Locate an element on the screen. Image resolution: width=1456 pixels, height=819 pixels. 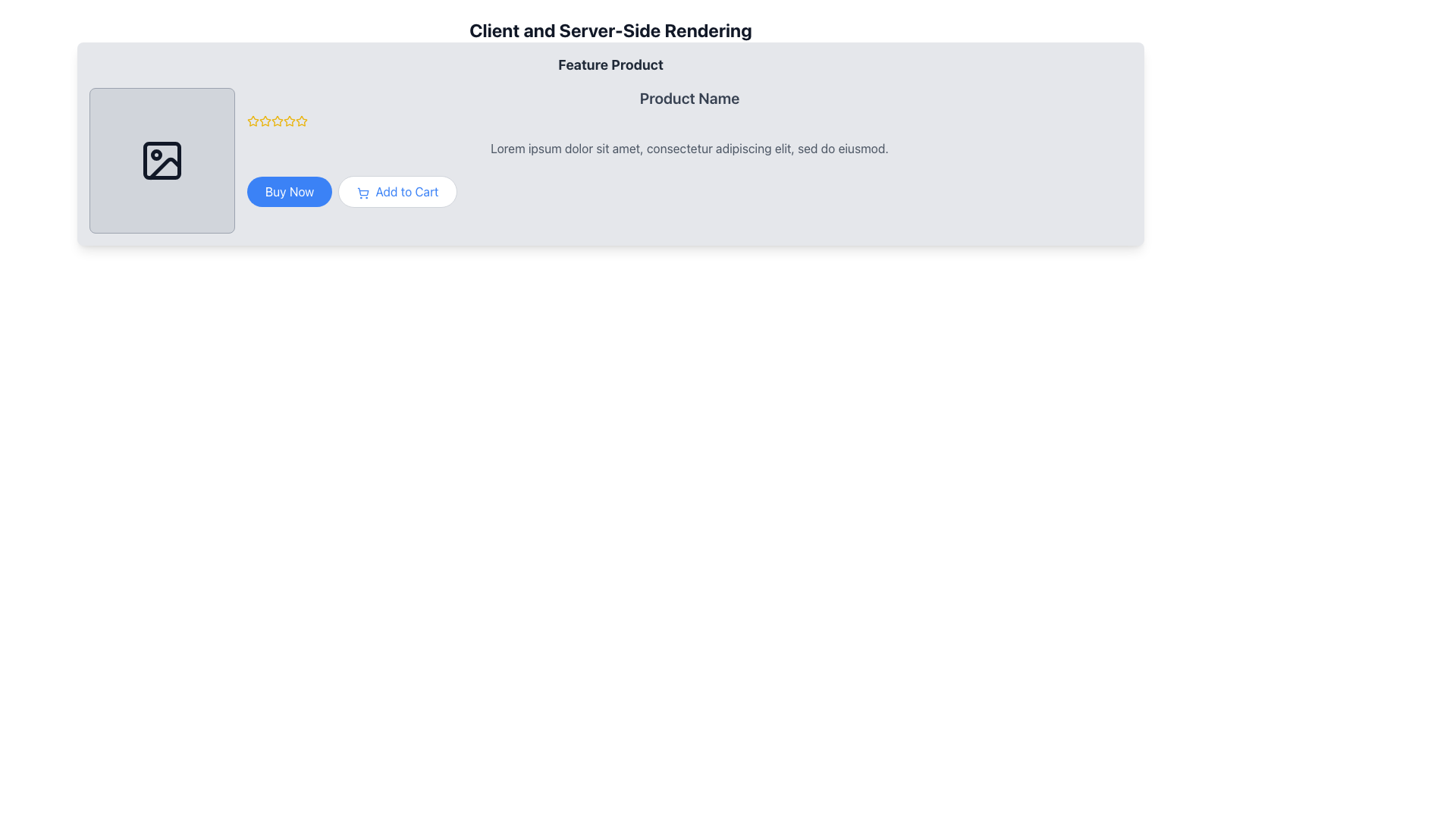
the third star in a horizontal row of five stars on the product card is located at coordinates (253, 120).